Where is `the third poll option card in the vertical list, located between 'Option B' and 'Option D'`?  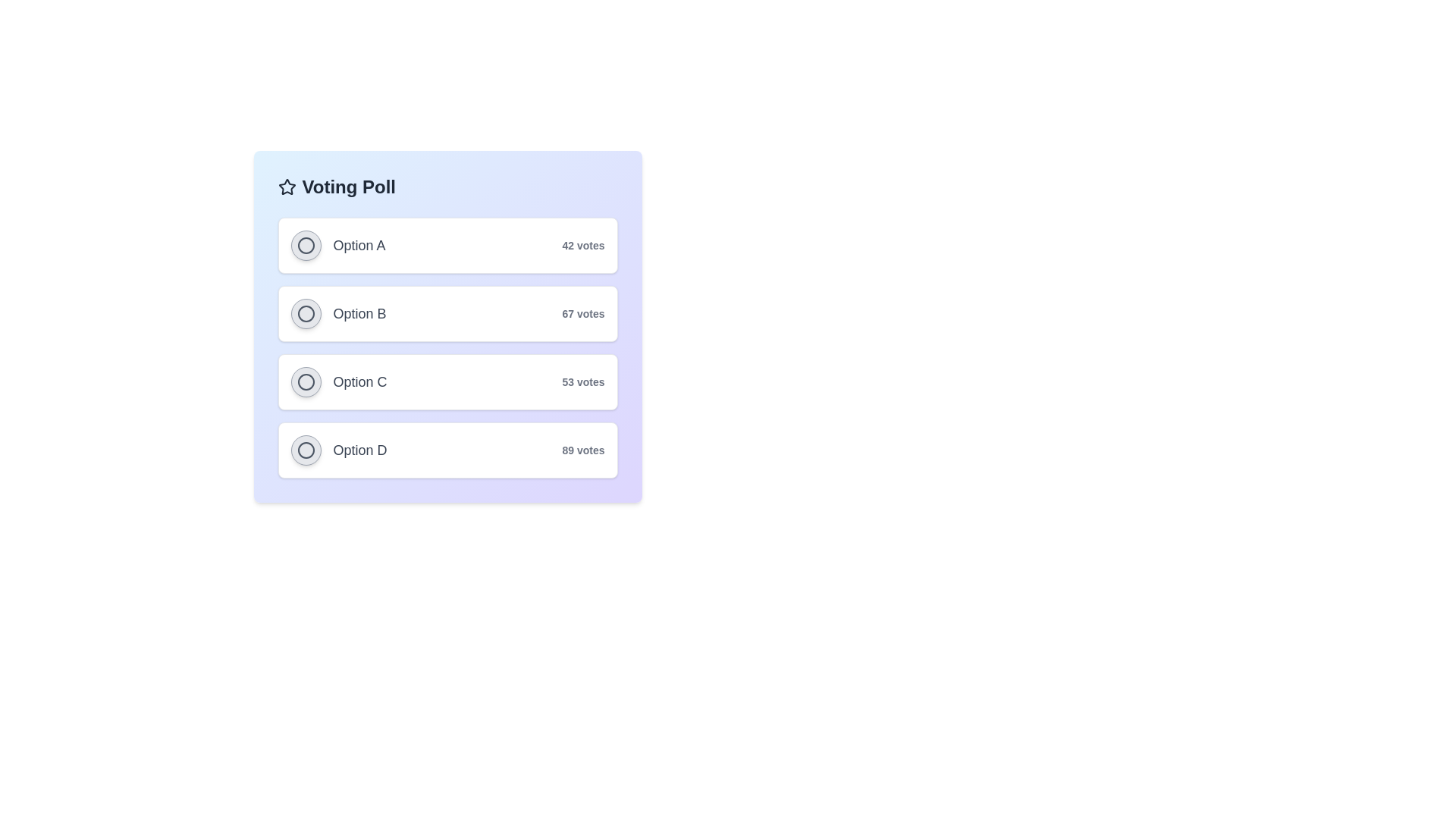
the third poll option card in the vertical list, located between 'Option B' and 'Option D' is located at coordinates (447, 381).